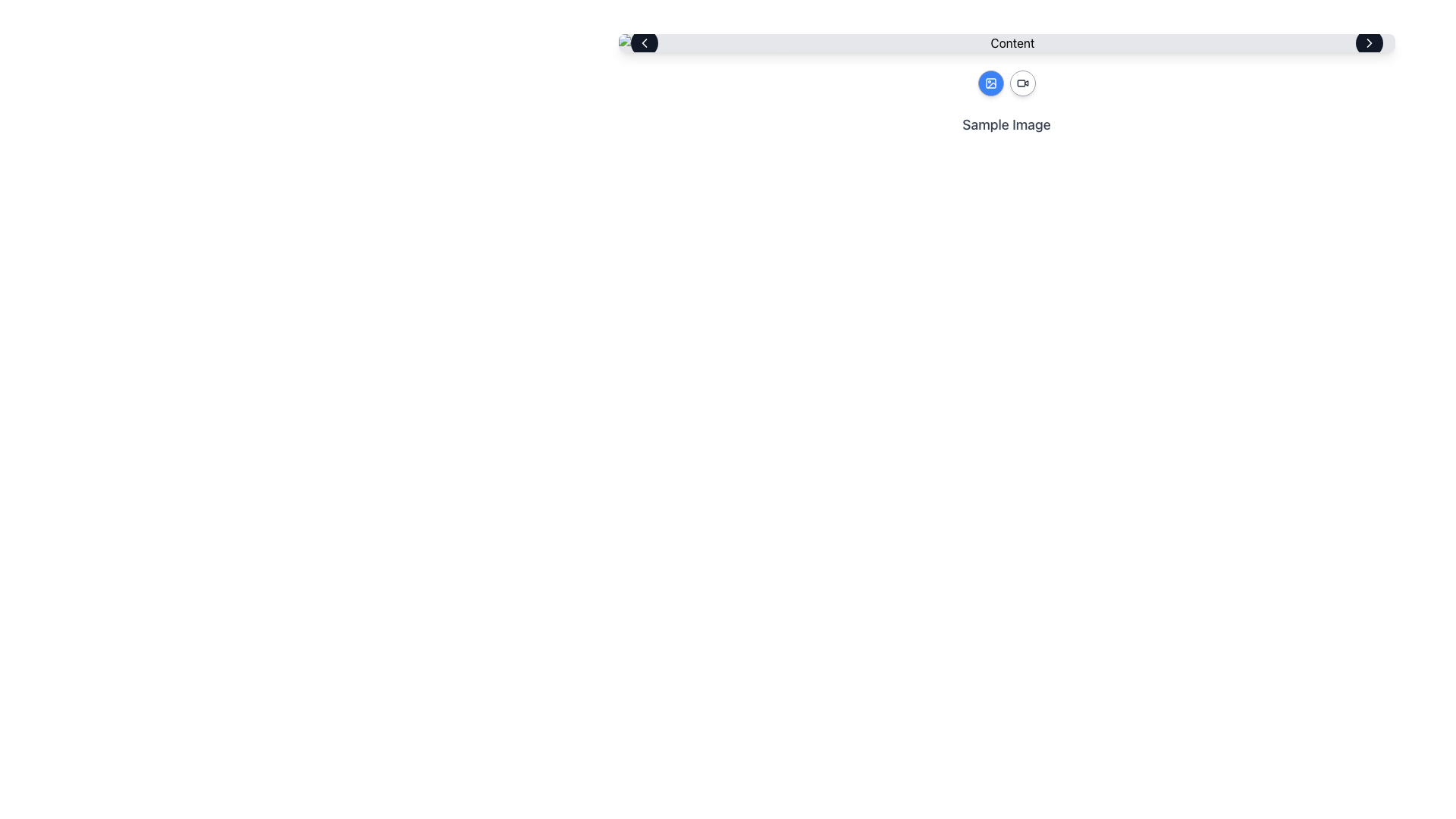 This screenshot has width=1456, height=819. I want to click on the rounded button with a white background and a camera icon, which is the second button in the top-right center of the interface, so click(1022, 83).